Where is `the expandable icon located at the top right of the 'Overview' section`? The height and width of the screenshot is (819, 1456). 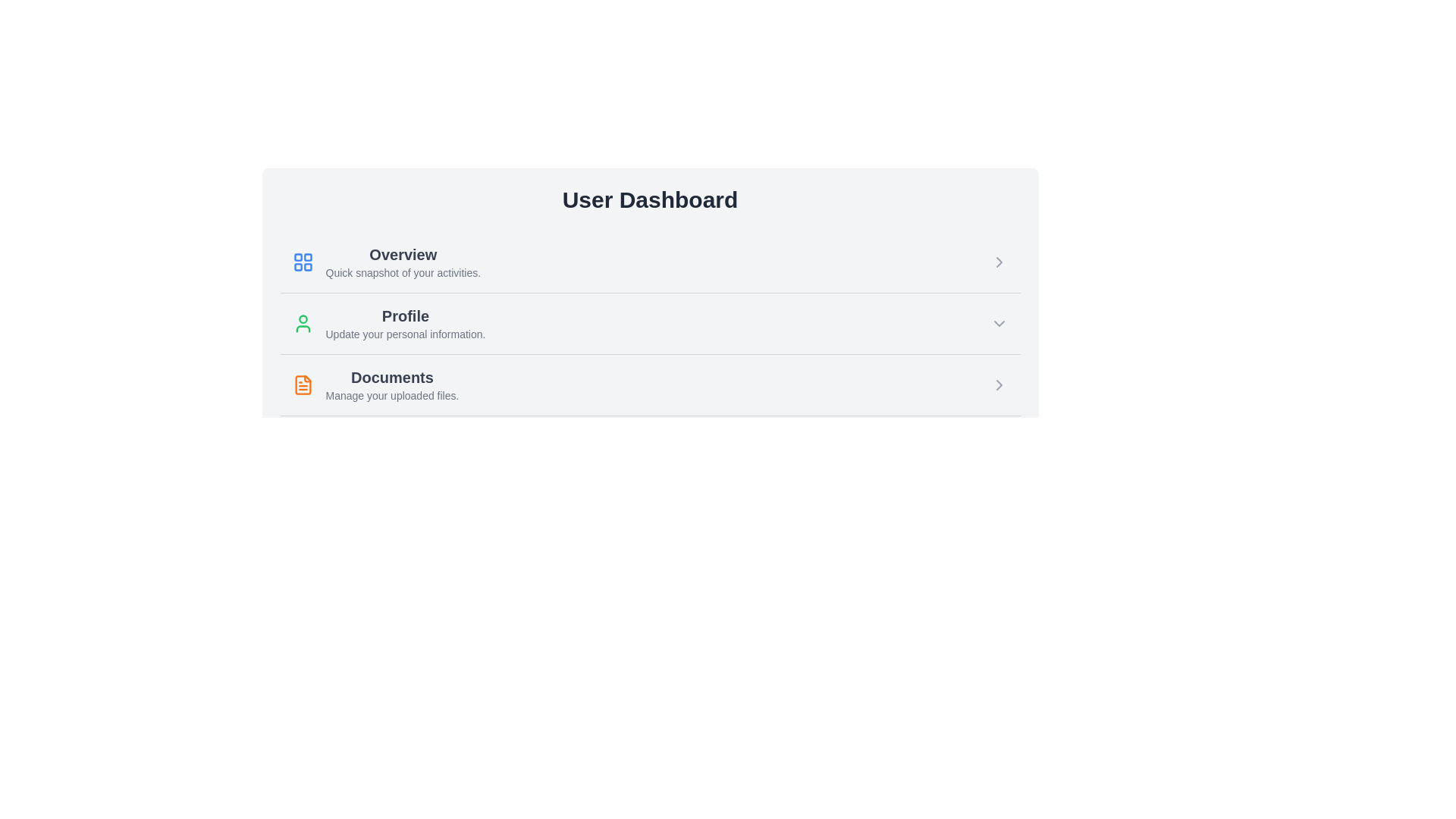 the expandable icon located at the top right of the 'Overview' section is located at coordinates (999, 262).